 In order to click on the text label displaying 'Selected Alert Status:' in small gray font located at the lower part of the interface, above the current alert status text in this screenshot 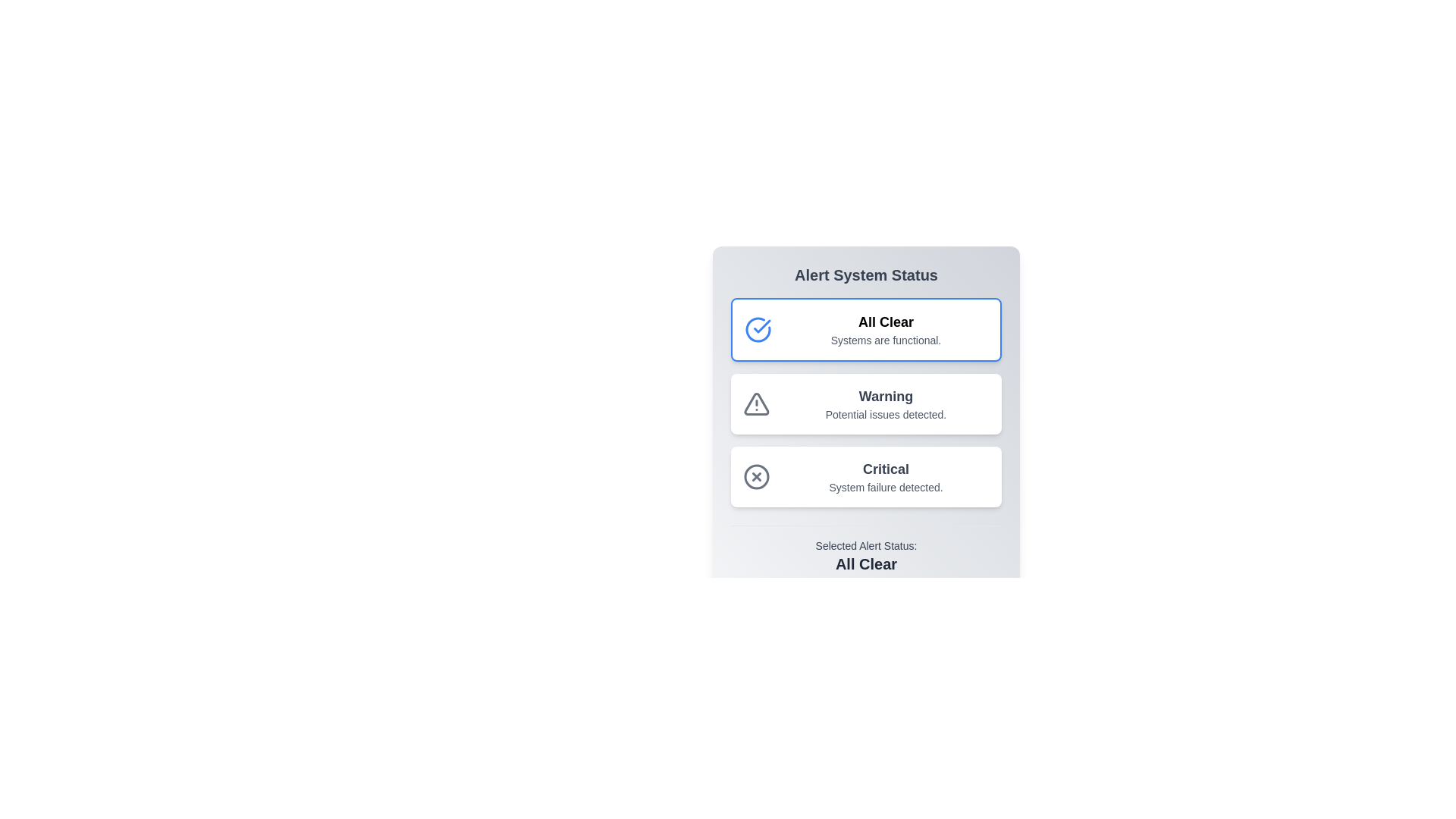, I will do `click(866, 546)`.